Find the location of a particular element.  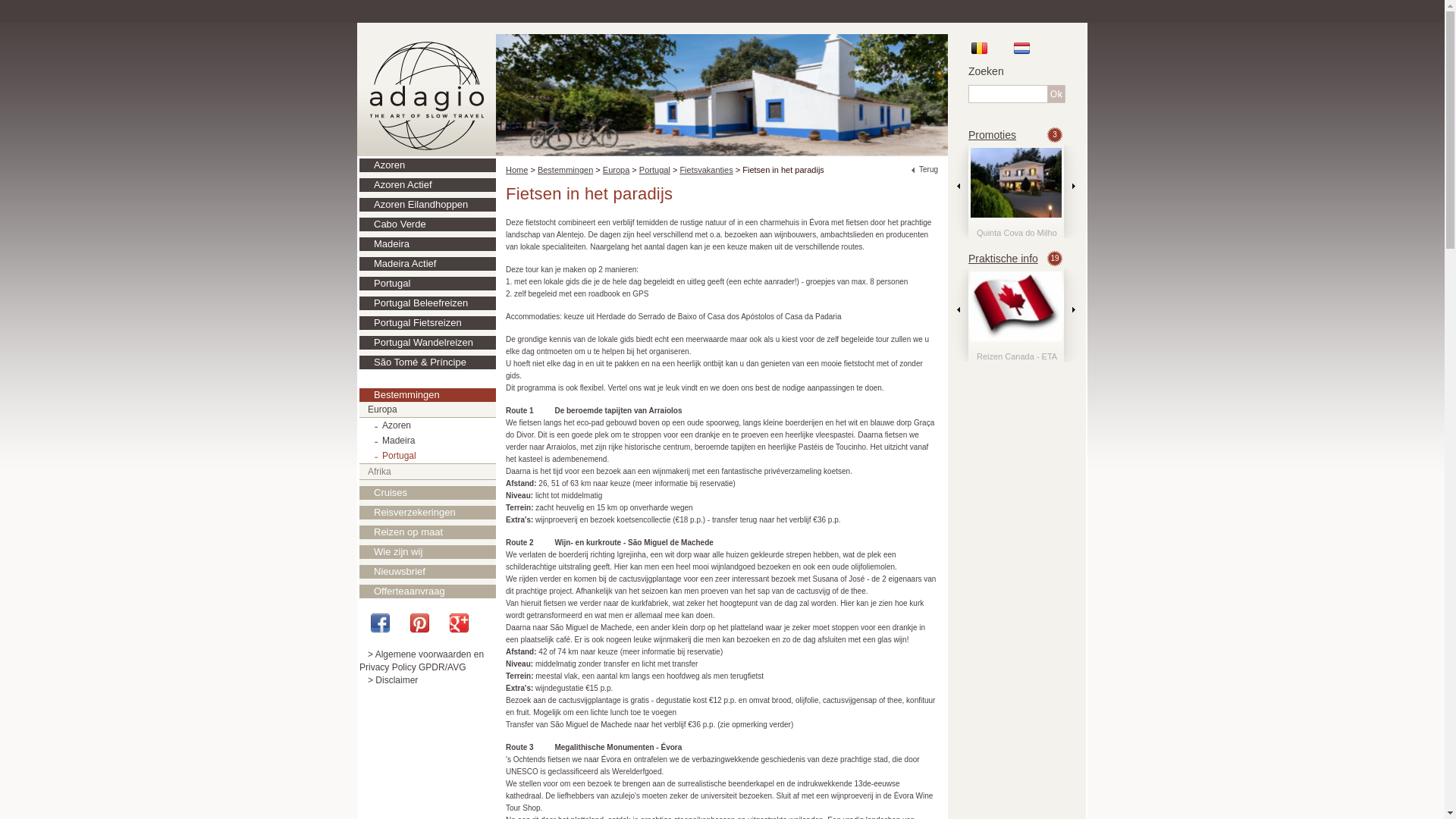

'Cabo Verde' is located at coordinates (359, 224).